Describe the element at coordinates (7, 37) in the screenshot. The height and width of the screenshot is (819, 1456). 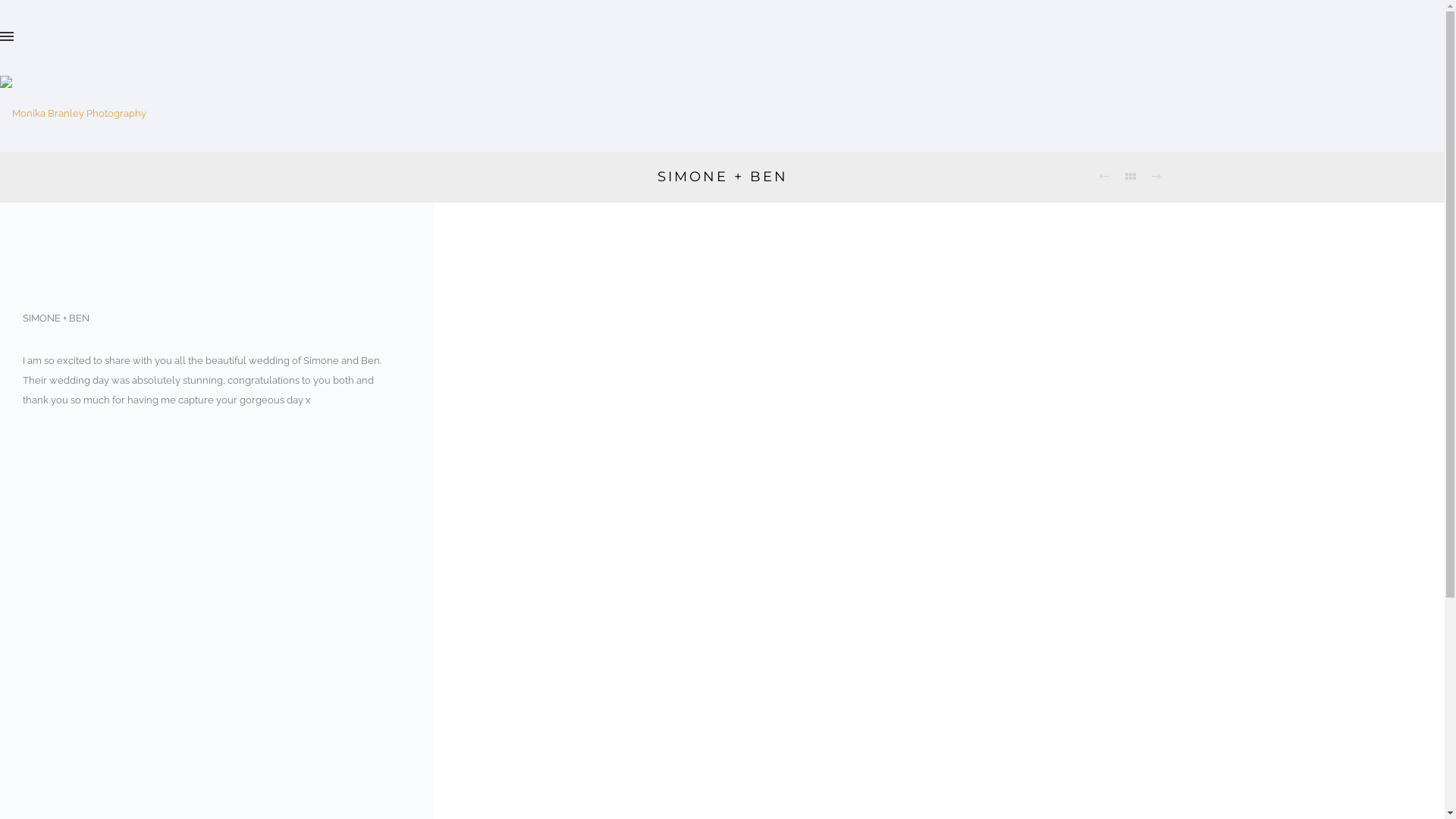
I see `'Hamburger Menu Controller'` at that location.